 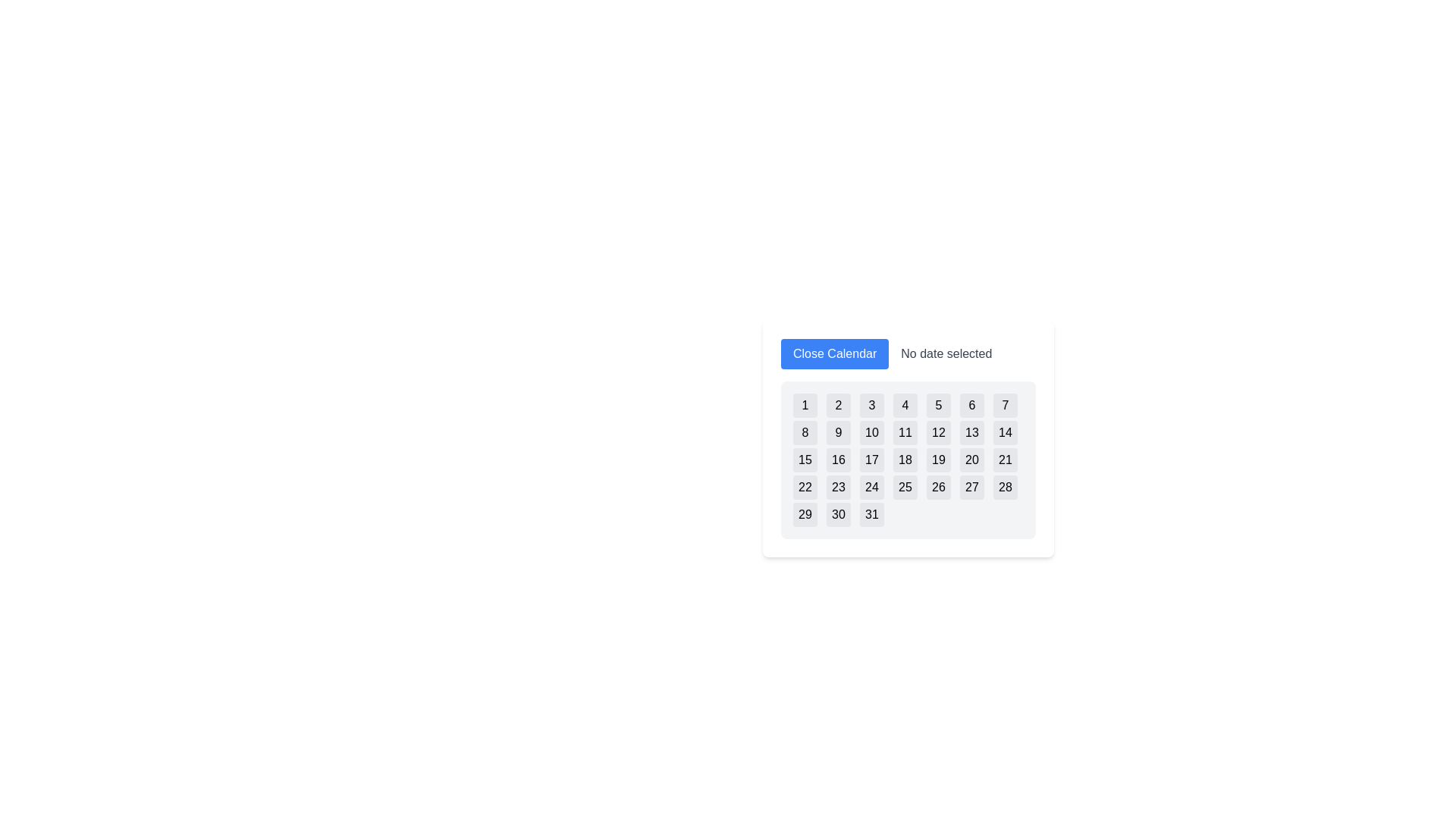 What do you see at coordinates (804, 513) in the screenshot?
I see `the square button labeled '29' with black text on a light gray background` at bounding box center [804, 513].